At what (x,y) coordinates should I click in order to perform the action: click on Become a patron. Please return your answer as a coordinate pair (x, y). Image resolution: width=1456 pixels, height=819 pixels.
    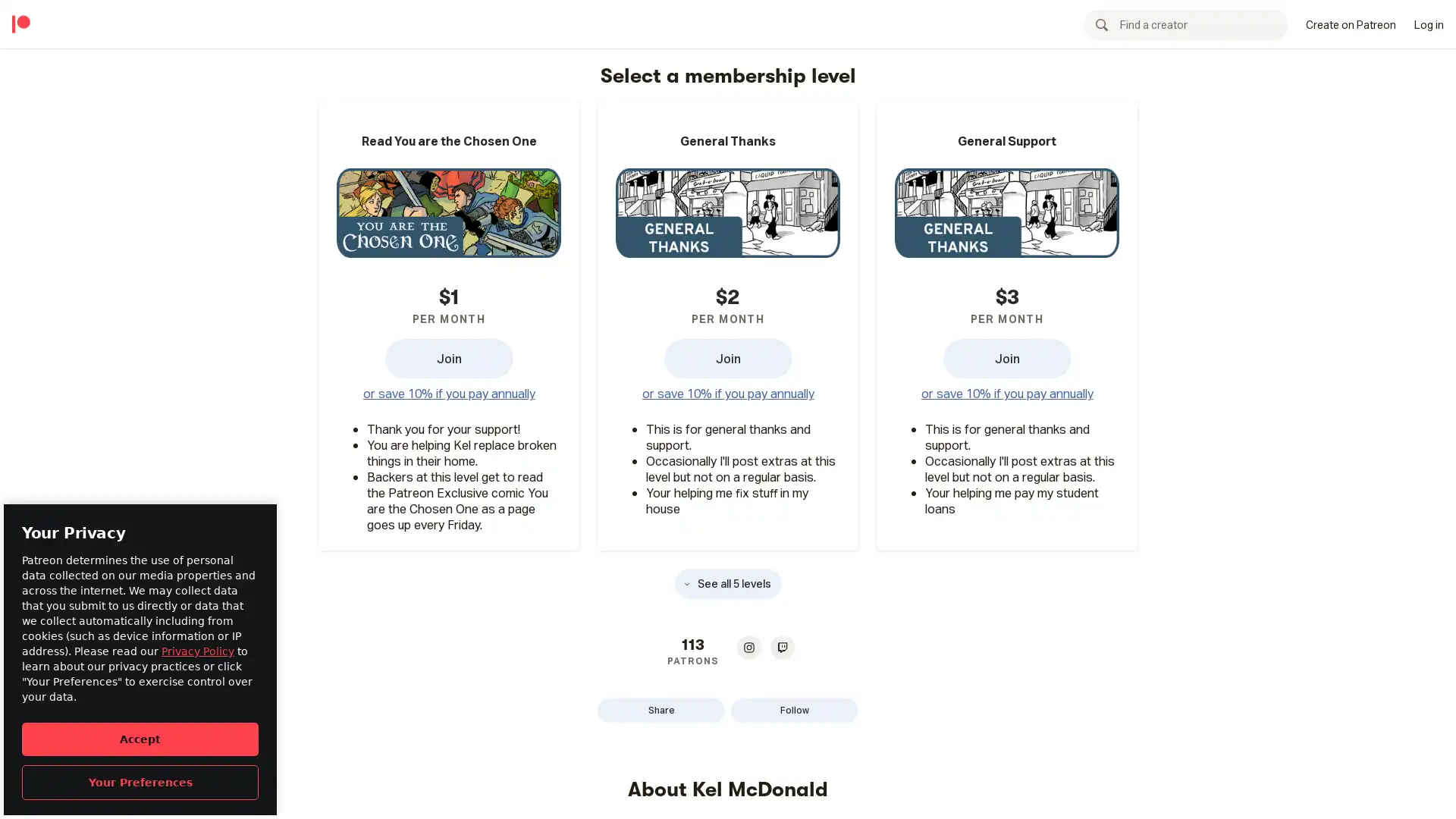
    Looking at the image, I should click on (1092, 23).